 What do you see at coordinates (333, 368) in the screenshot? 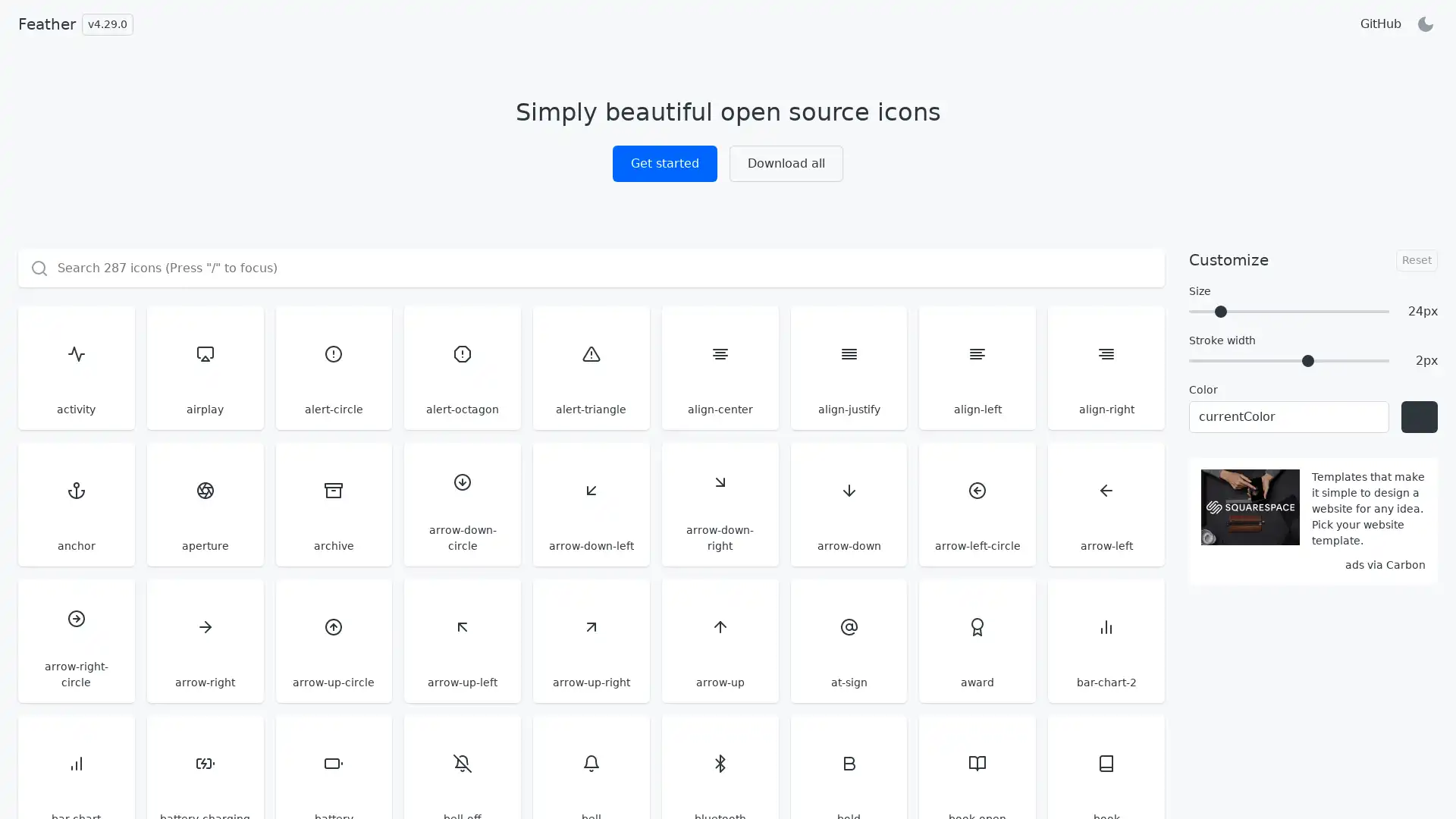
I see `alert-circle` at bounding box center [333, 368].